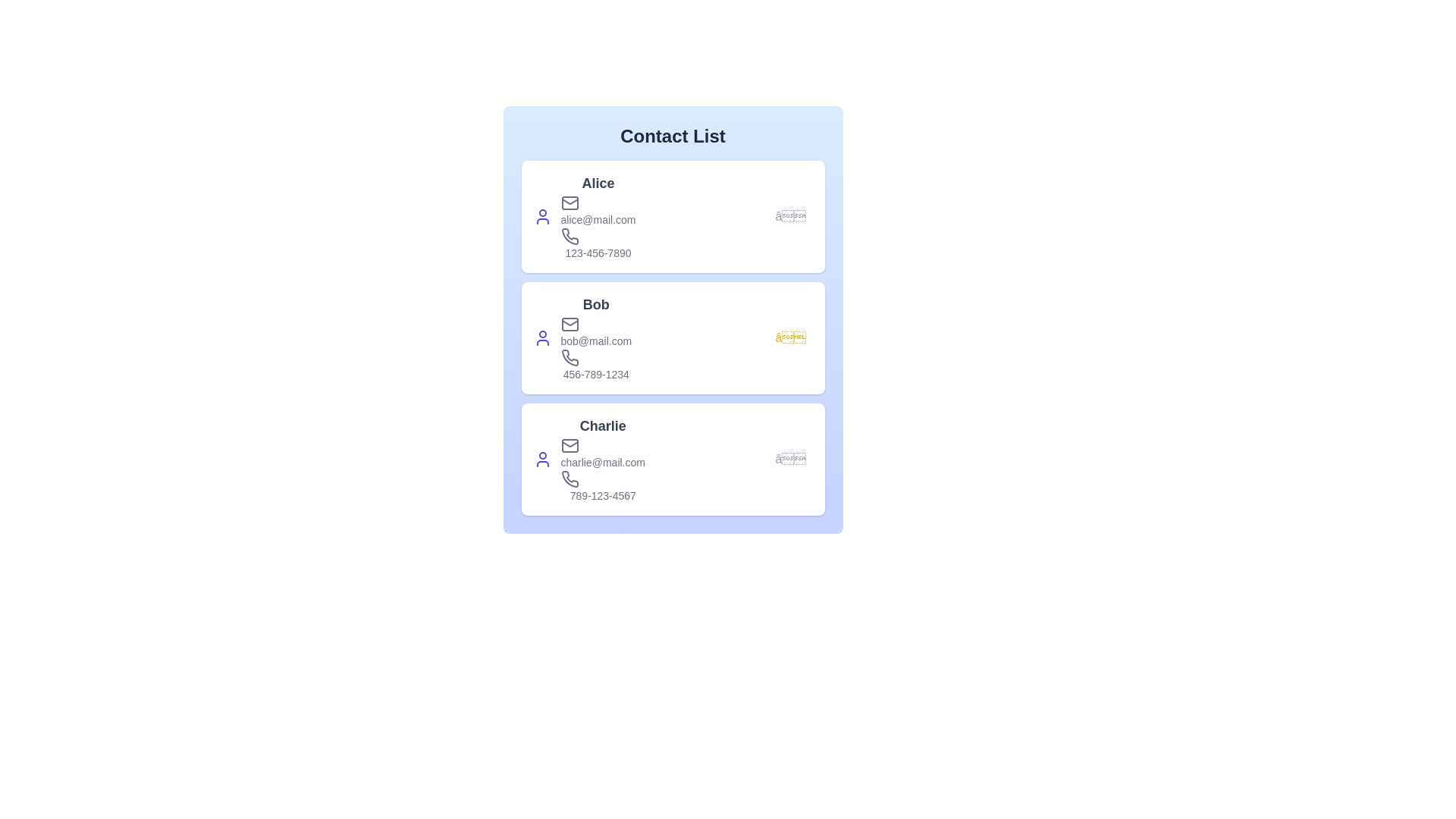 This screenshot has height=819, width=1456. I want to click on the phone icon for the contact Charlie, so click(569, 479).